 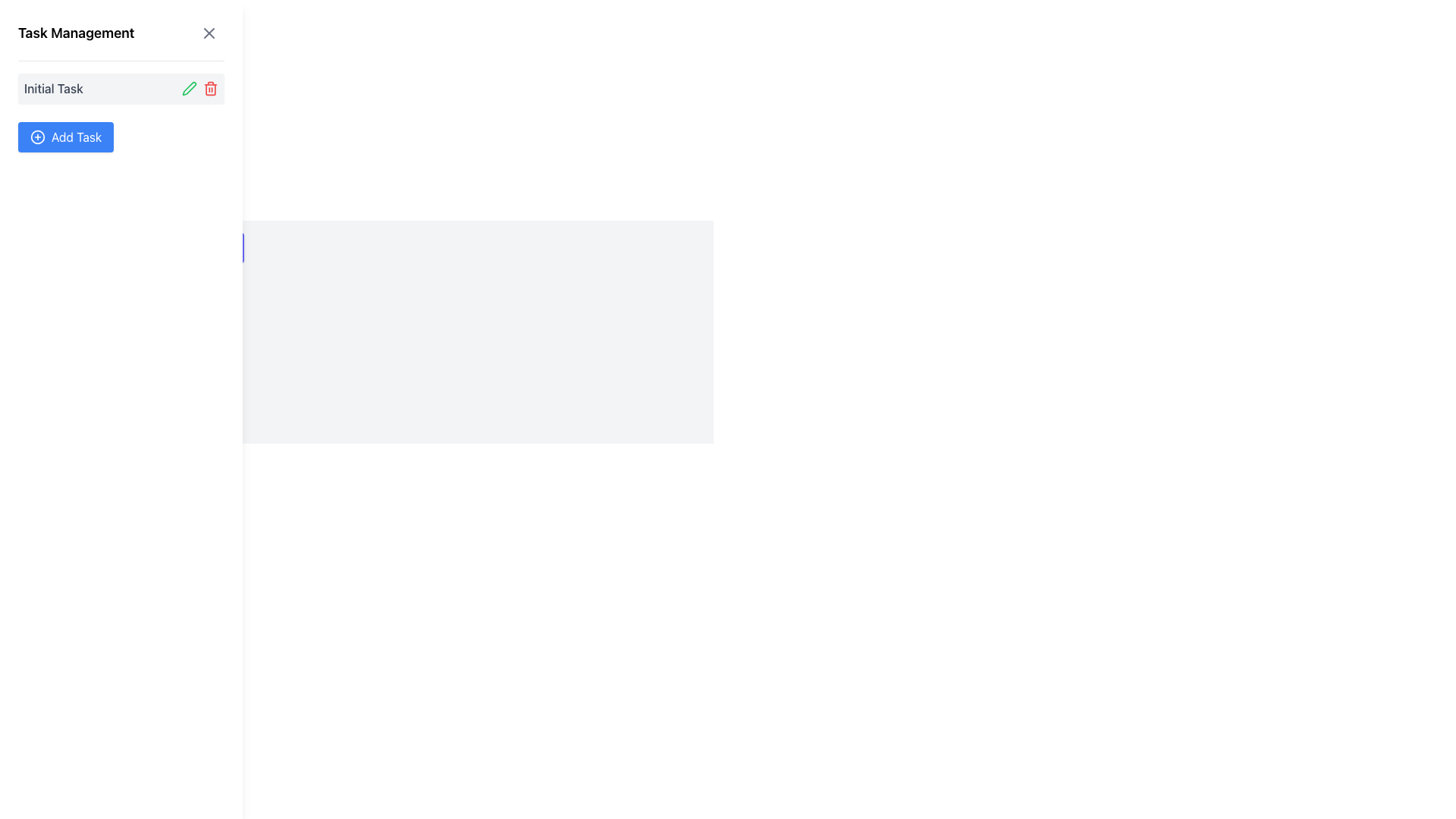 I want to click on the unique cross icon button located at the top-right corner of the 'Task Management' section to possibly reveal additional information, so click(x=208, y=33).